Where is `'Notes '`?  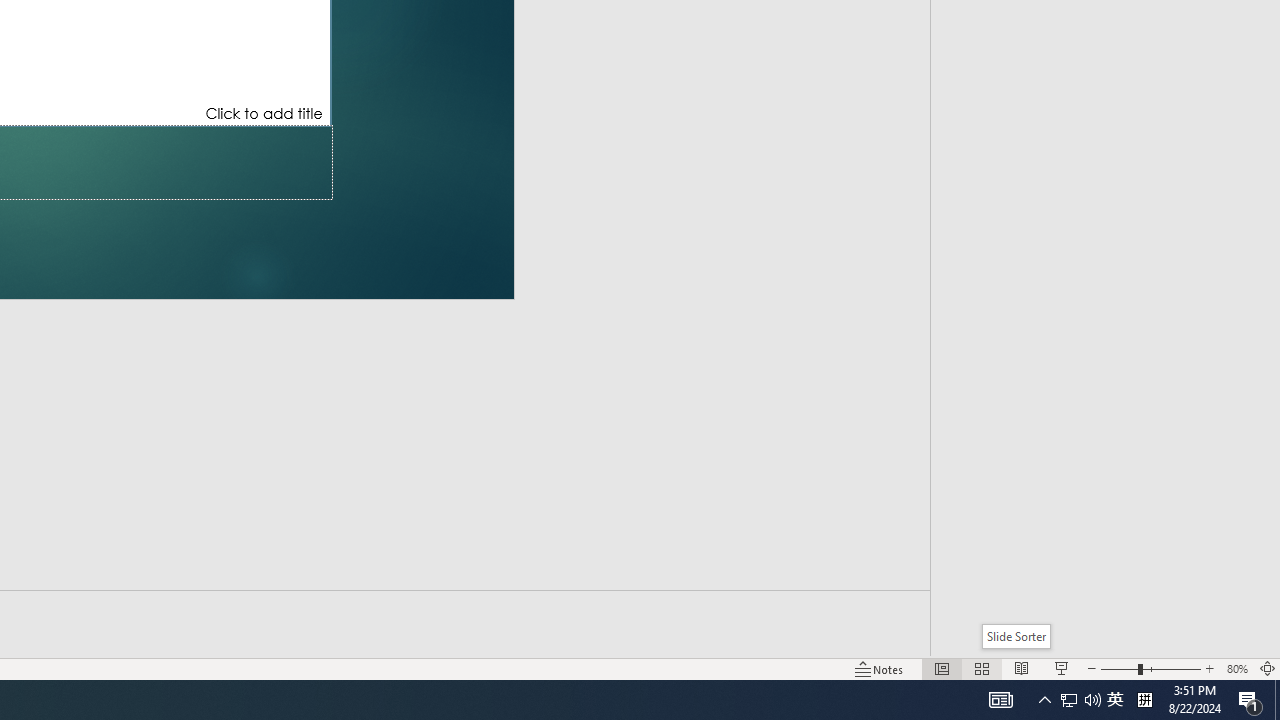 'Notes ' is located at coordinates (879, 669).